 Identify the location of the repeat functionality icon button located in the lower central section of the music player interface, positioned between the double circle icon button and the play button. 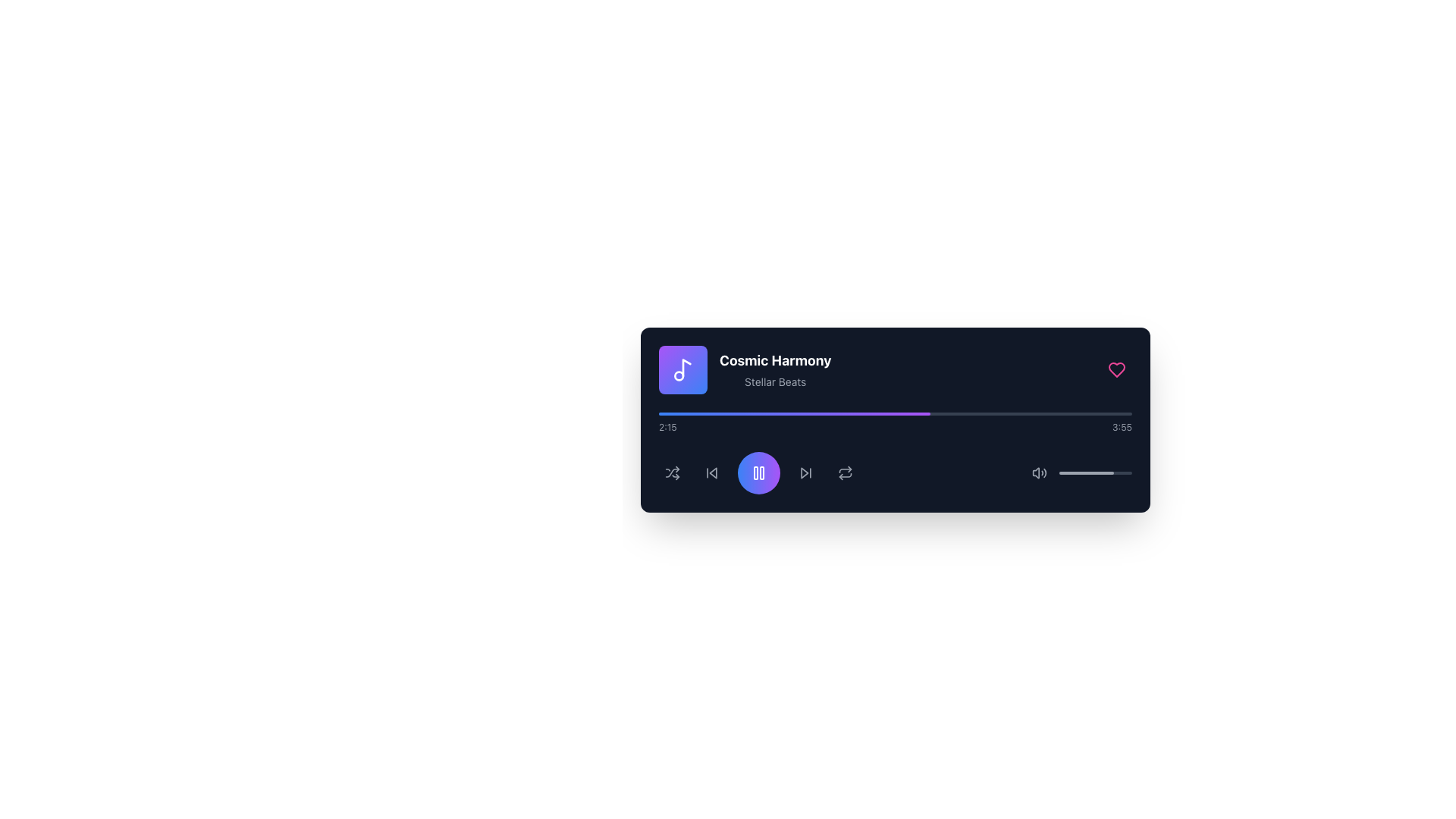
(844, 472).